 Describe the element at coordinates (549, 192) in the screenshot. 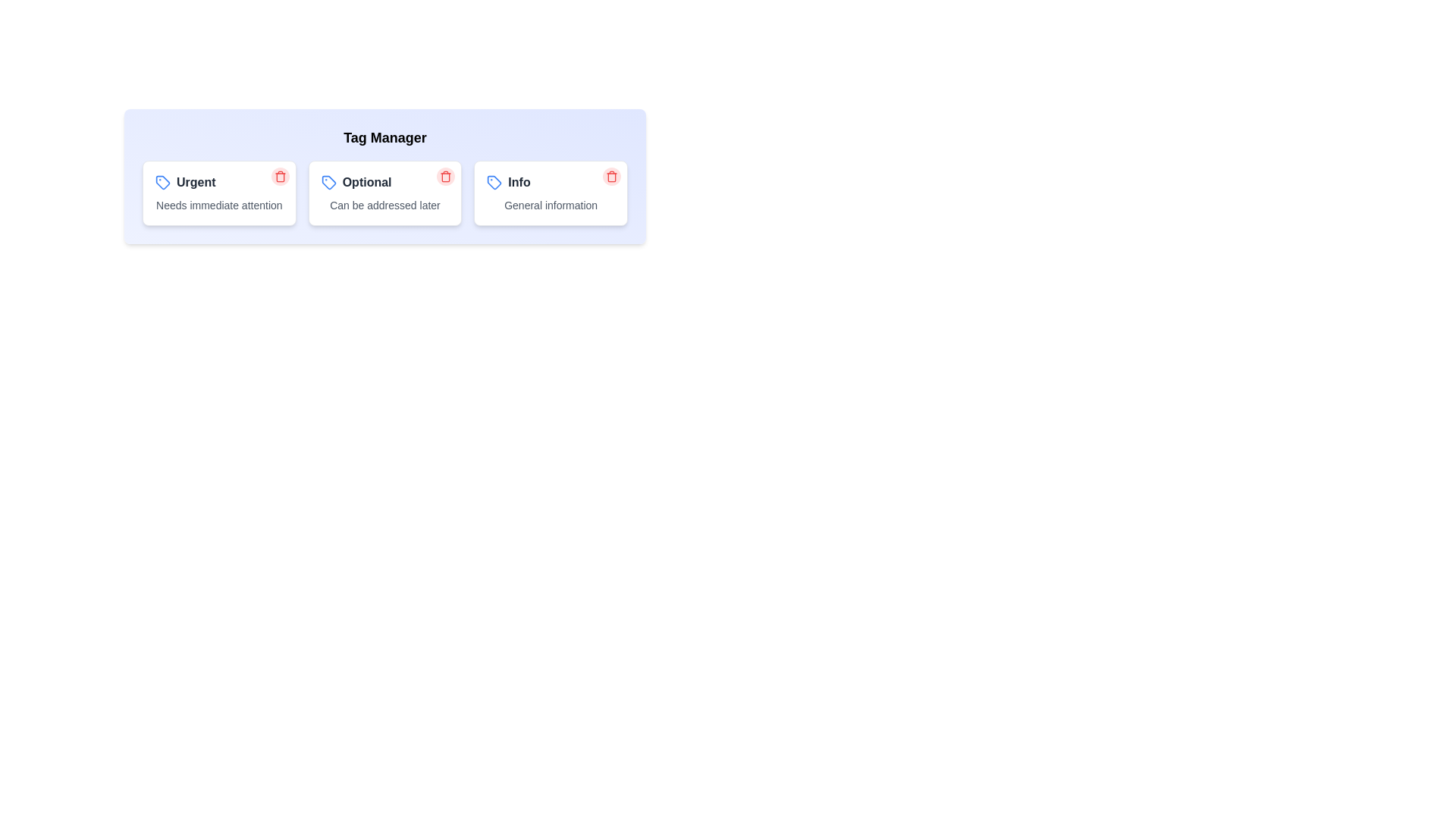

I see `the tag Info by clicking on its container` at that location.